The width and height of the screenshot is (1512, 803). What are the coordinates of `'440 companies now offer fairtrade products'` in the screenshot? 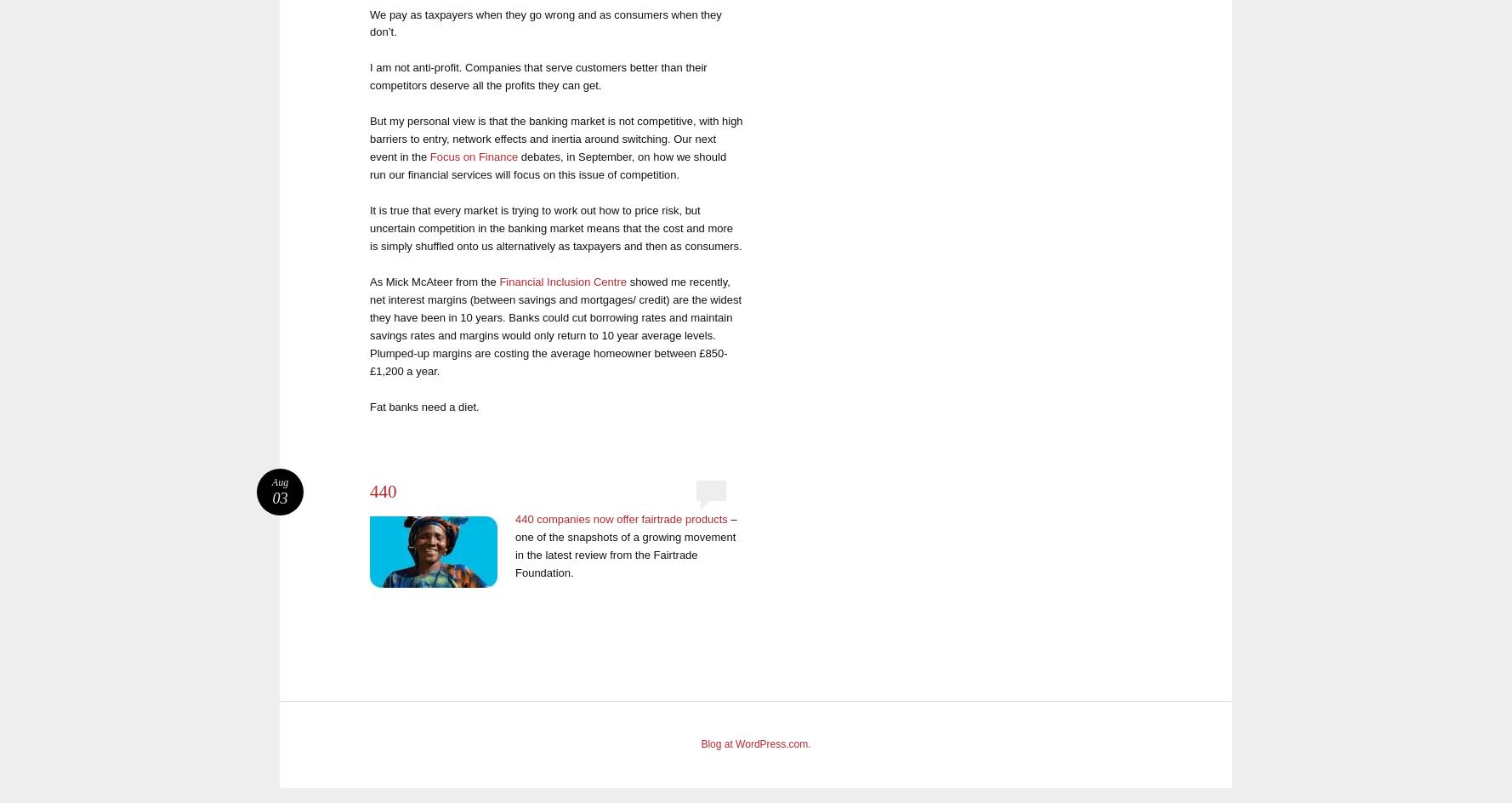 It's located at (622, 518).